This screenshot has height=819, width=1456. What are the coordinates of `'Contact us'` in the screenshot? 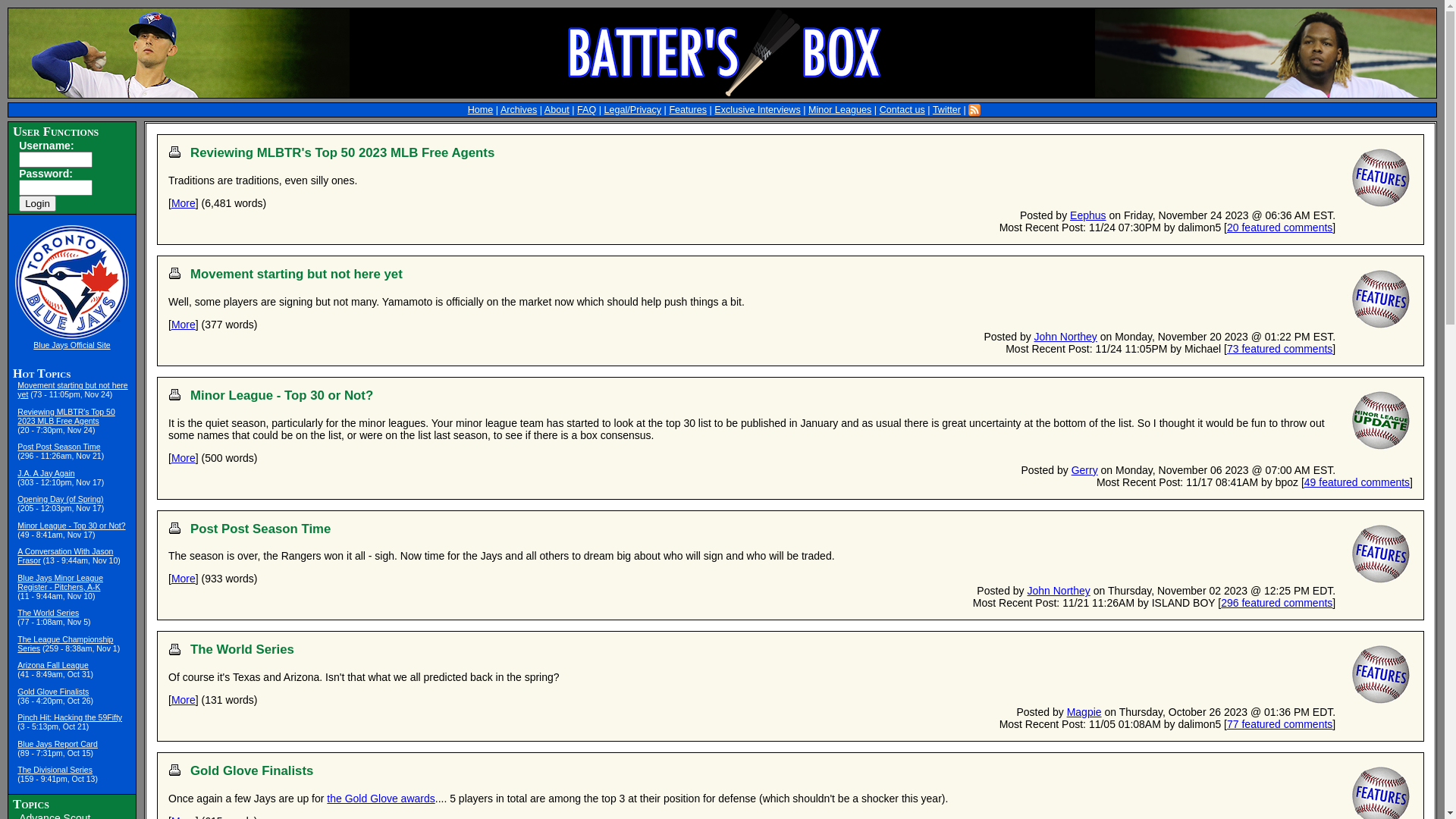 It's located at (902, 109).